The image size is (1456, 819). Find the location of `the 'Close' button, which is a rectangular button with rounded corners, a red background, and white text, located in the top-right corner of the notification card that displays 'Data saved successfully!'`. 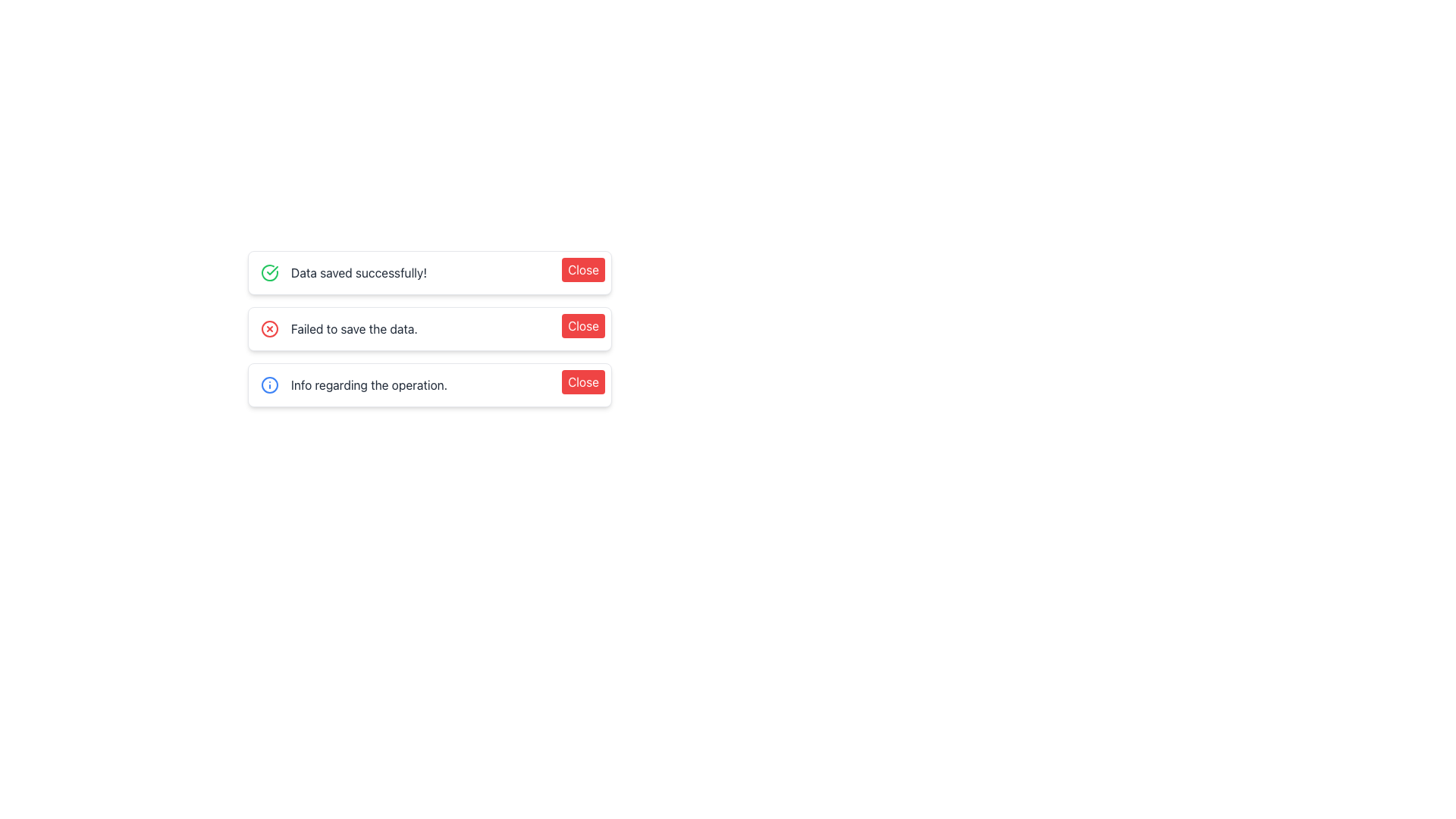

the 'Close' button, which is a rectangular button with rounded corners, a red background, and white text, located in the top-right corner of the notification card that displays 'Data saved successfully!' is located at coordinates (582, 268).